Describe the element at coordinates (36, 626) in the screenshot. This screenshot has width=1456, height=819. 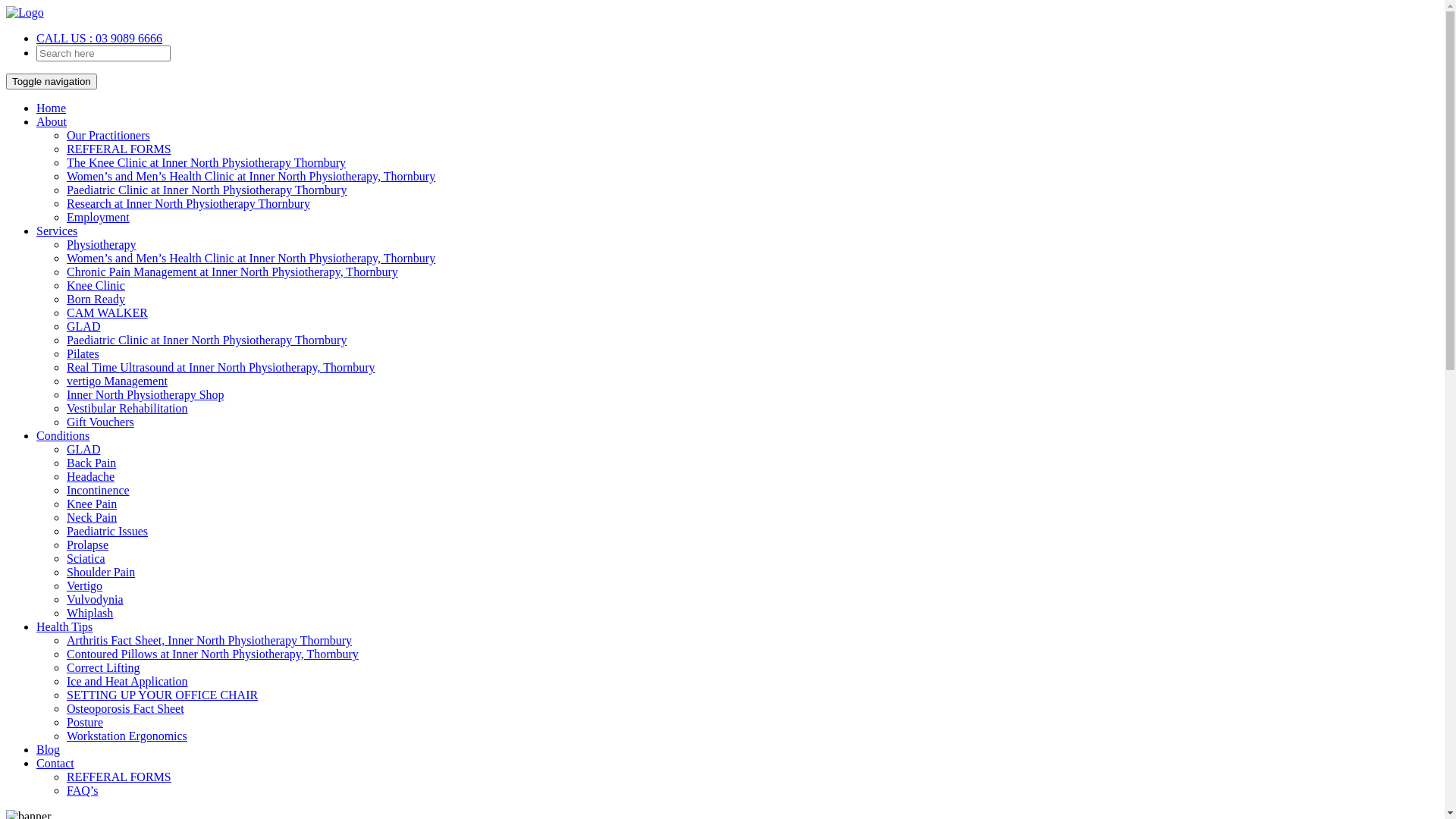
I see `'Health Tips'` at that location.